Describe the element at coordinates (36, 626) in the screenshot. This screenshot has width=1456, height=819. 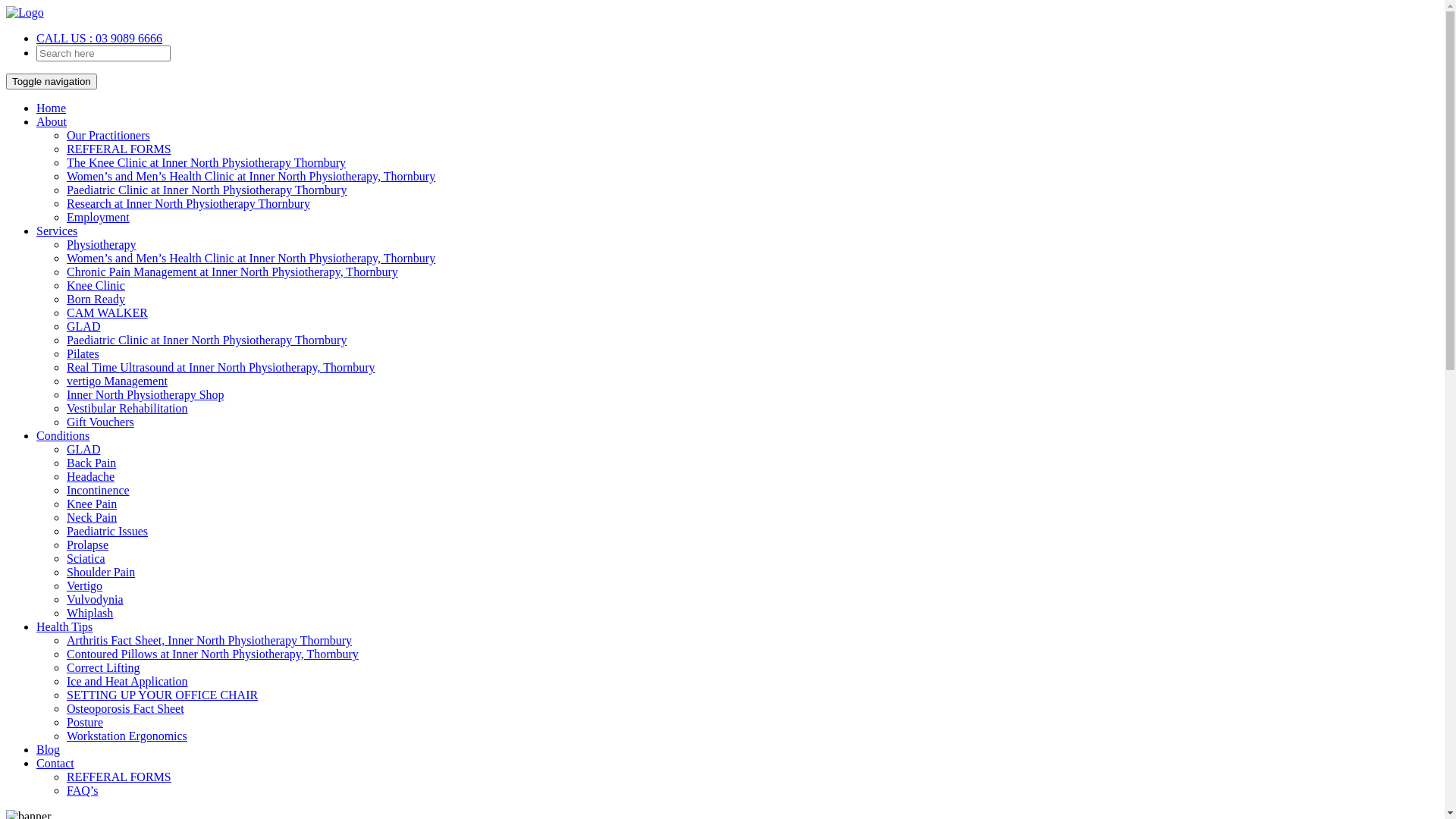
I see `'Health Tips'` at that location.